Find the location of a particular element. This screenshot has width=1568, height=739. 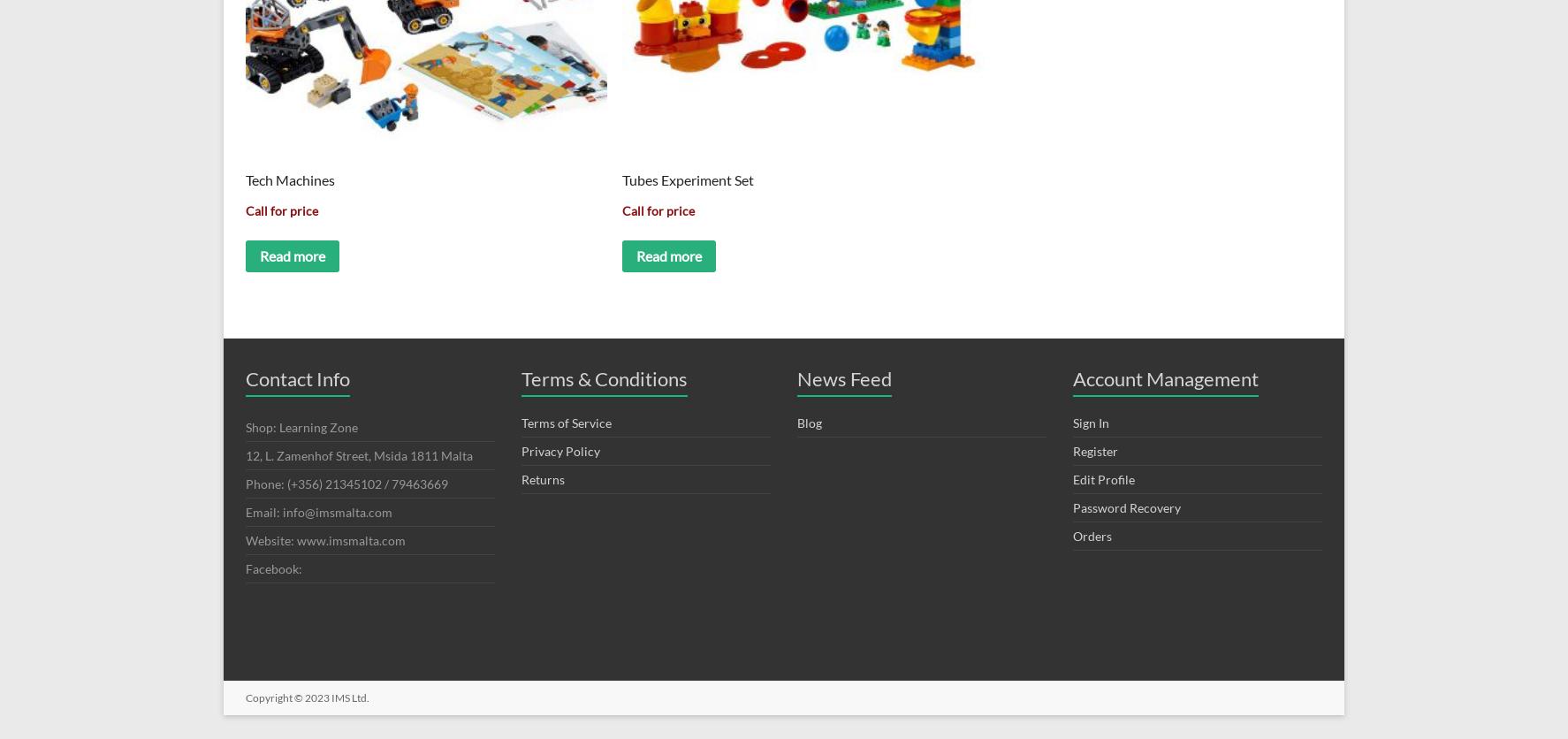

'Privacy Policy' is located at coordinates (521, 450).